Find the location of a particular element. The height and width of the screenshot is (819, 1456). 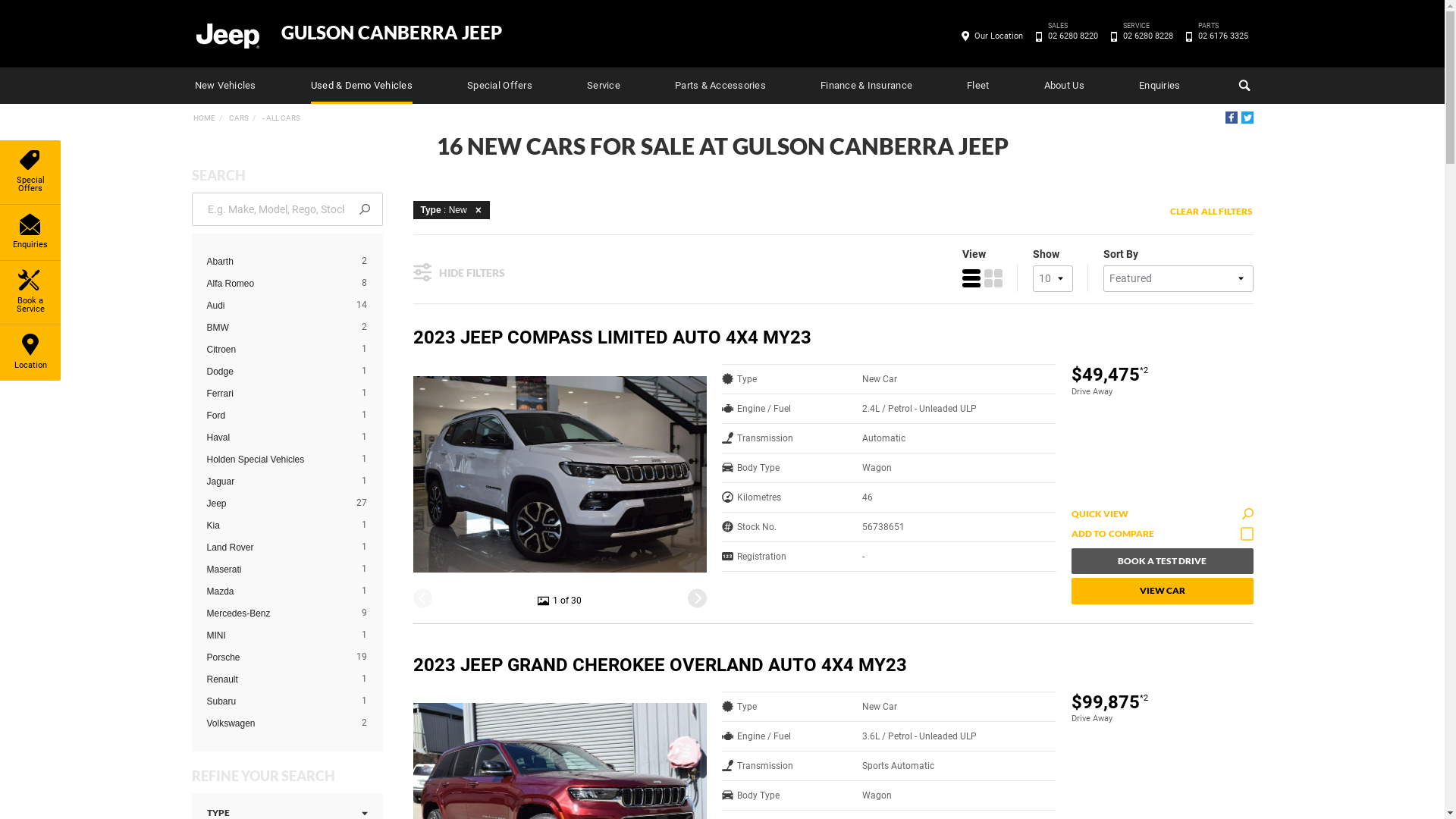

'Maserati' is located at coordinates (275, 570).